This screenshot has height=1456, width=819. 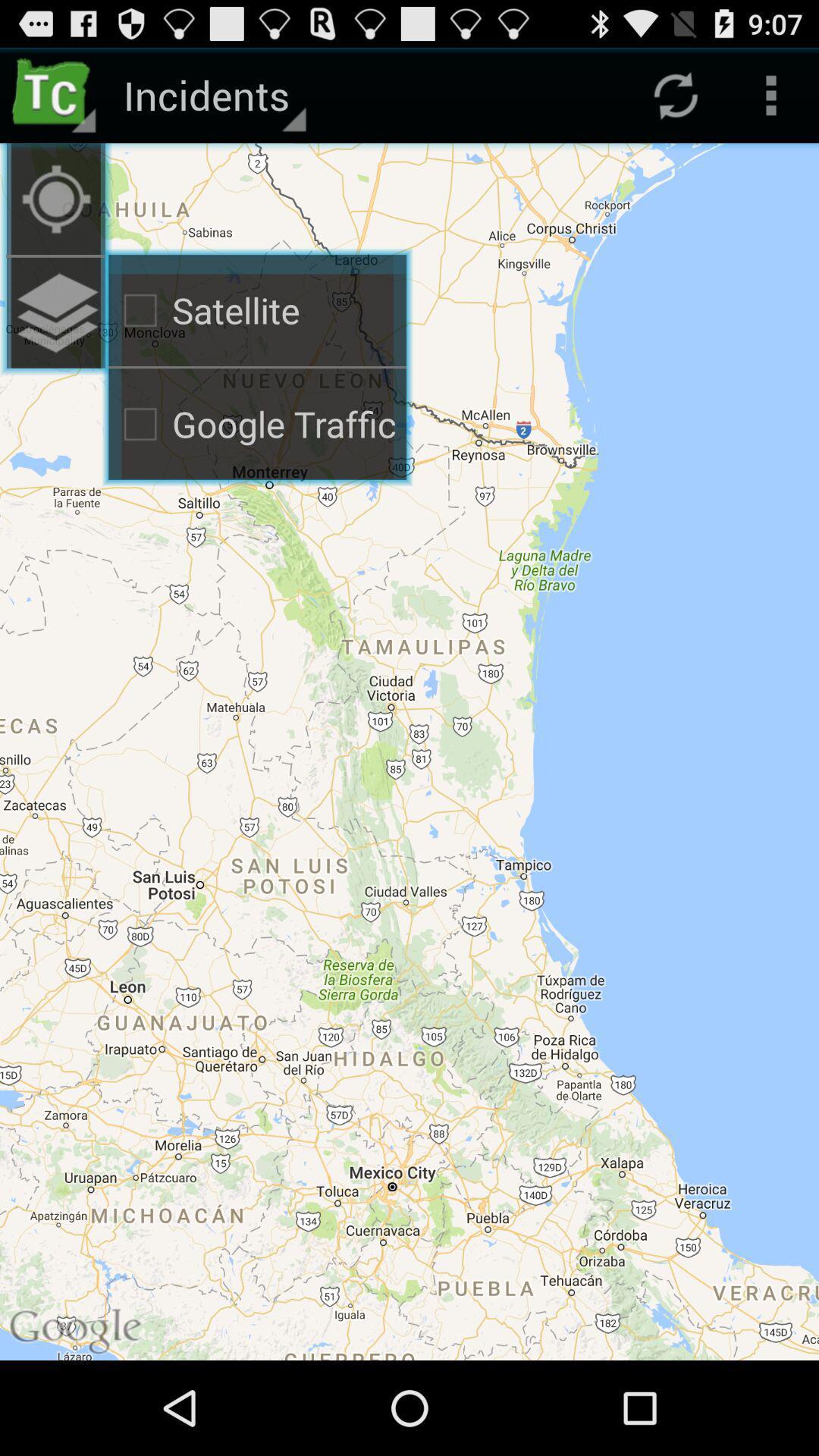 What do you see at coordinates (212, 94) in the screenshot?
I see `incidents app` at bounding box center [212, 94].